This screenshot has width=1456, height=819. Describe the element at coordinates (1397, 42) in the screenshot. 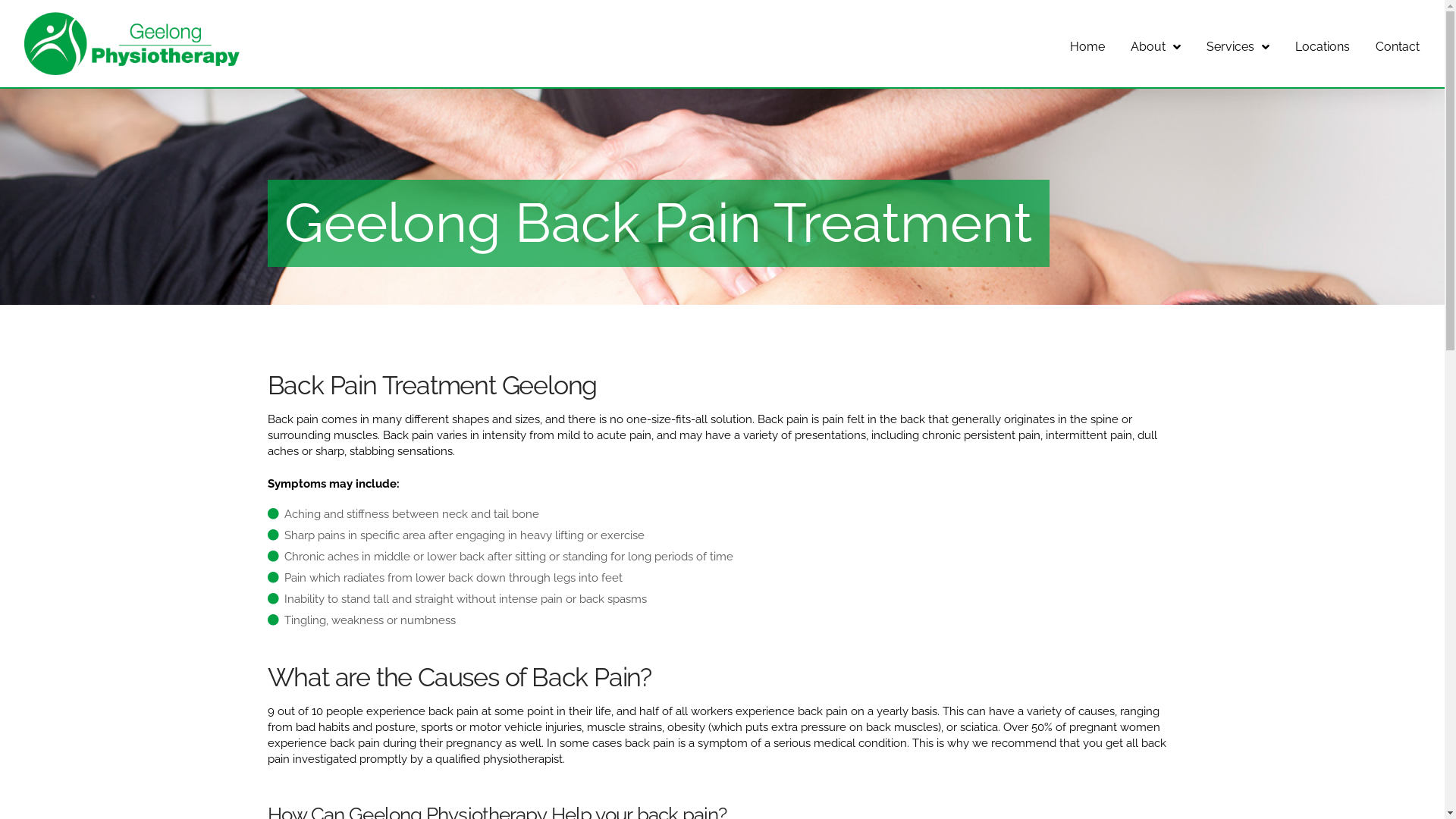

I see `'Contact'` at that location.